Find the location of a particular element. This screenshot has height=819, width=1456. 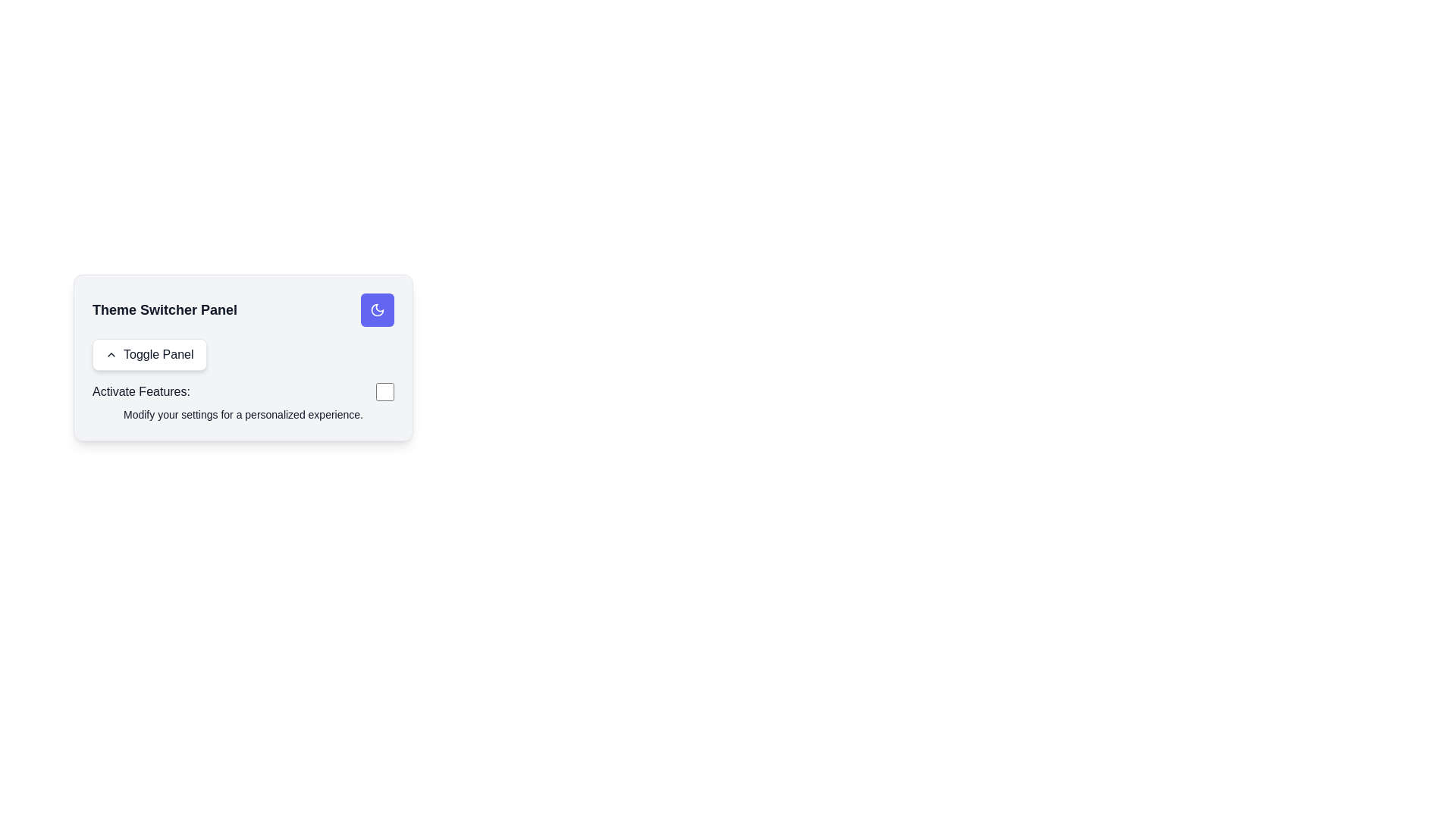

the 'Toggle Panel' button, which is a rectangular button with a white background and black text, located in the 'Theme Switcher Panel' below the title is located at coordinates (149, 354).